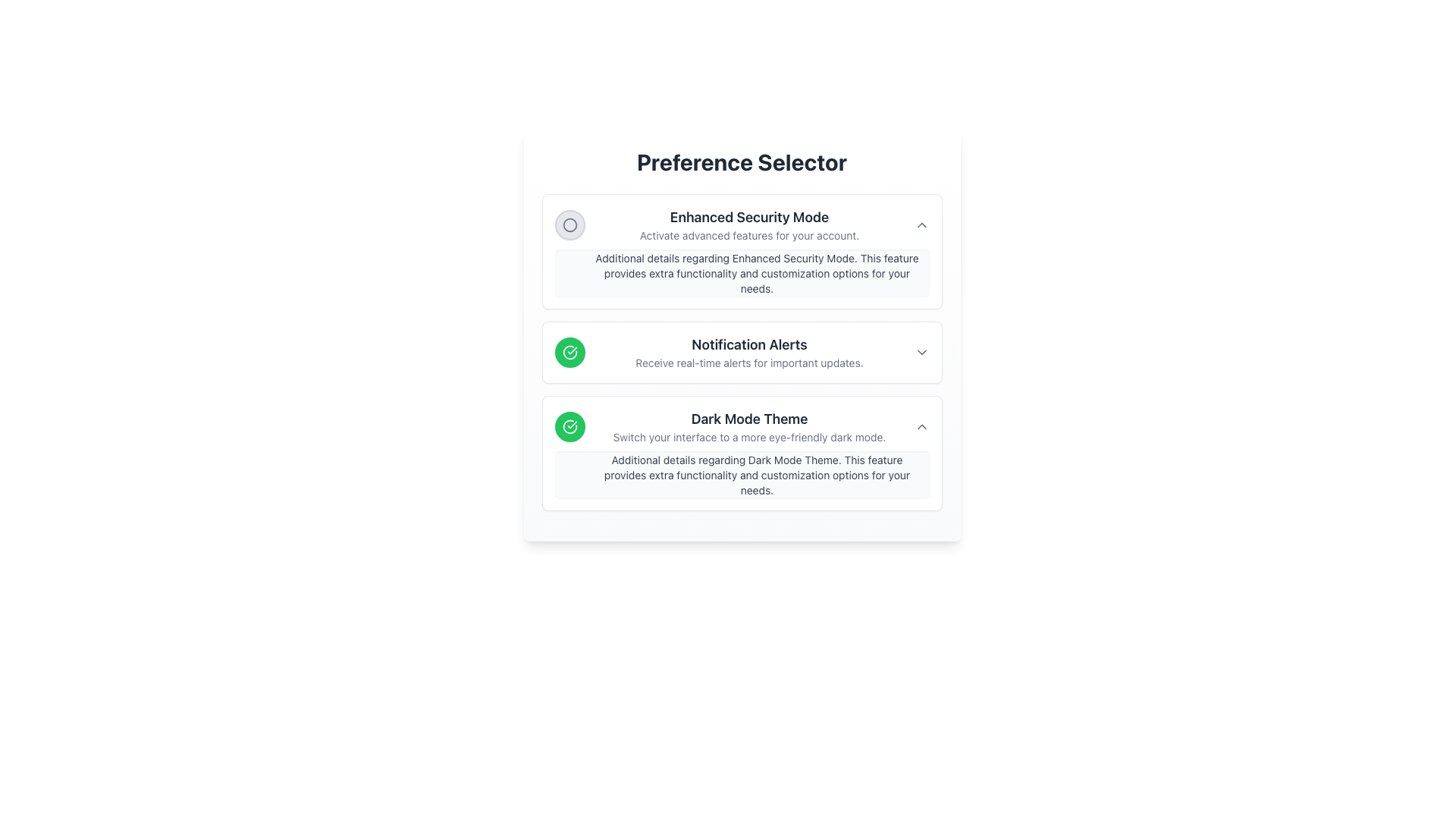 This screenshot has width=1456, height=819. Describe the element at coordinates (742, 250) in the screenshot. I see `the first option in the 'Preference Selector' panel, which provides access to the 'Enhanced Security Mode' feature` at that location.